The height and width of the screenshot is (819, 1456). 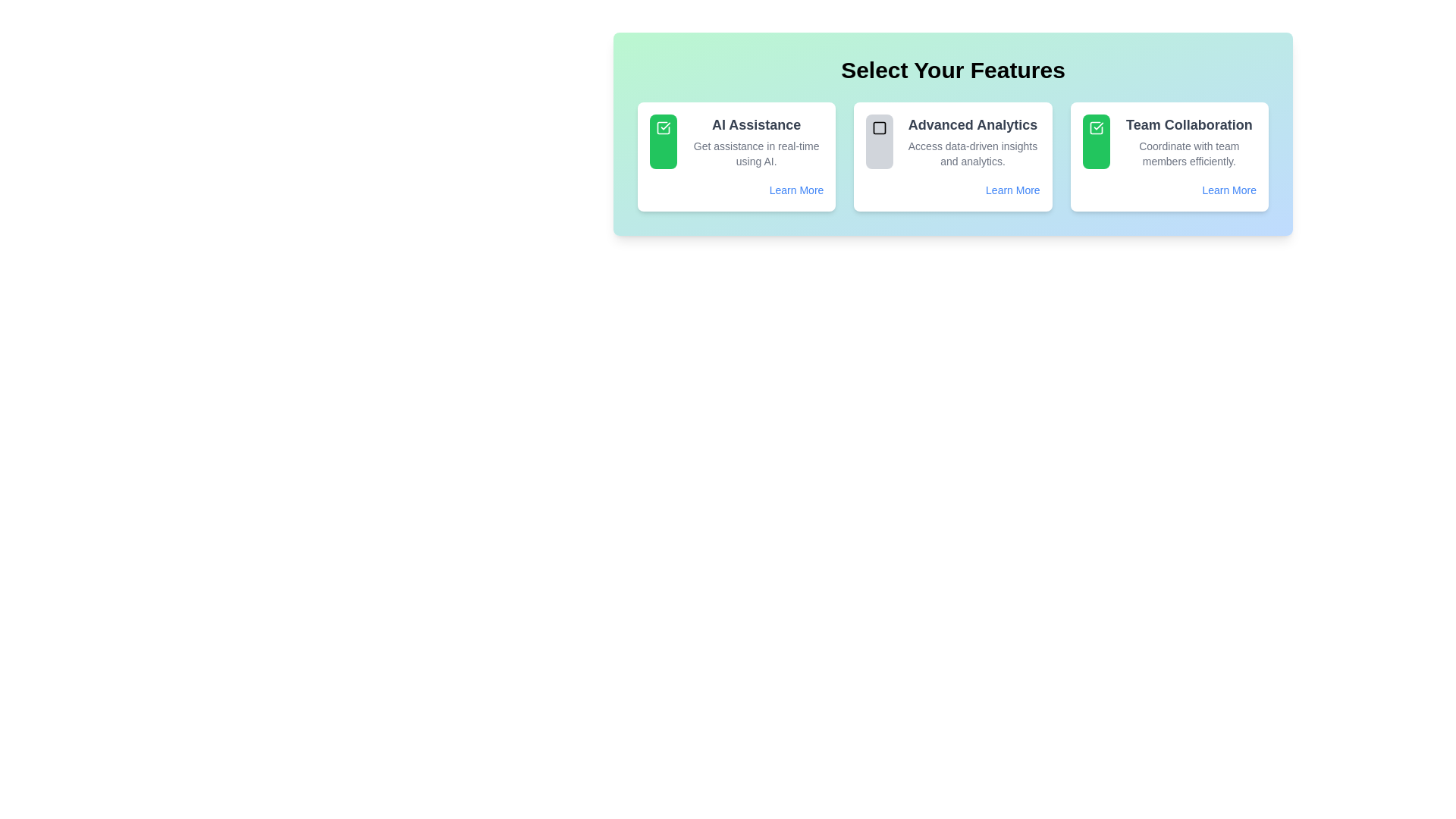 What do you see at coordinates (795, 189) in the screenshot?
I see `the 'Learn More' hyperlink, which is styled with a blue font and underlined upon hover, located beneath the 'AI Assistance' card at the bottom right corner` at bounding box center [795, 189].